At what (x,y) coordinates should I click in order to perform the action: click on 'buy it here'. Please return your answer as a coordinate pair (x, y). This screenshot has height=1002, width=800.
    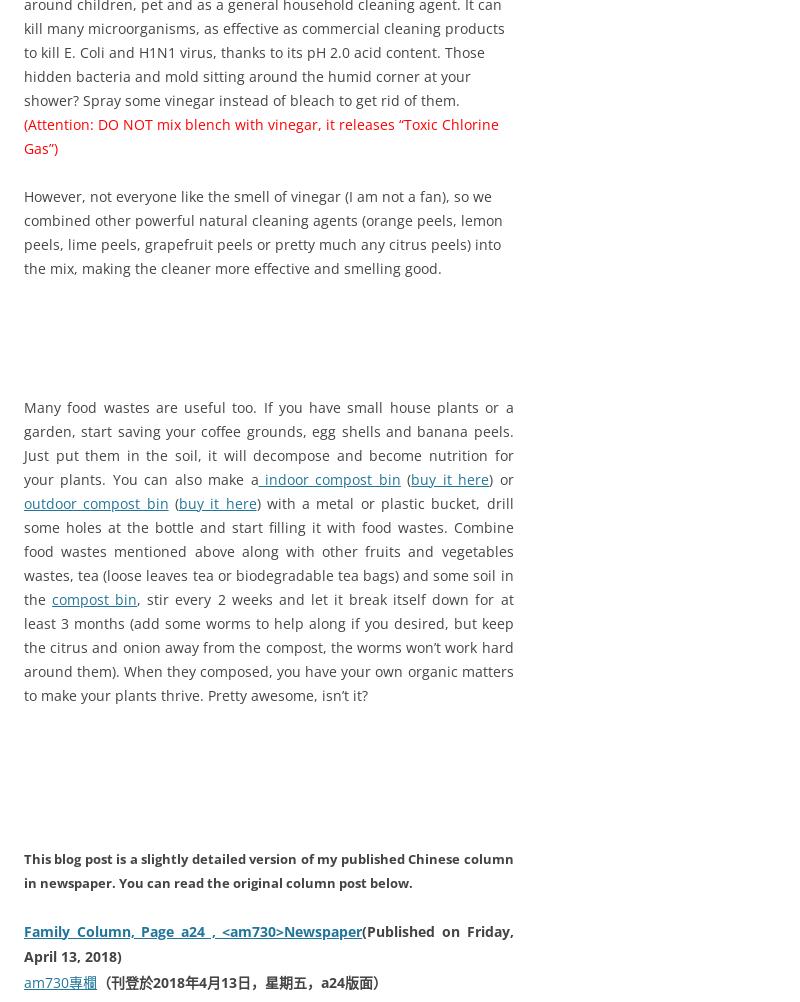
    Looking at the image, I should click on (216, 502).